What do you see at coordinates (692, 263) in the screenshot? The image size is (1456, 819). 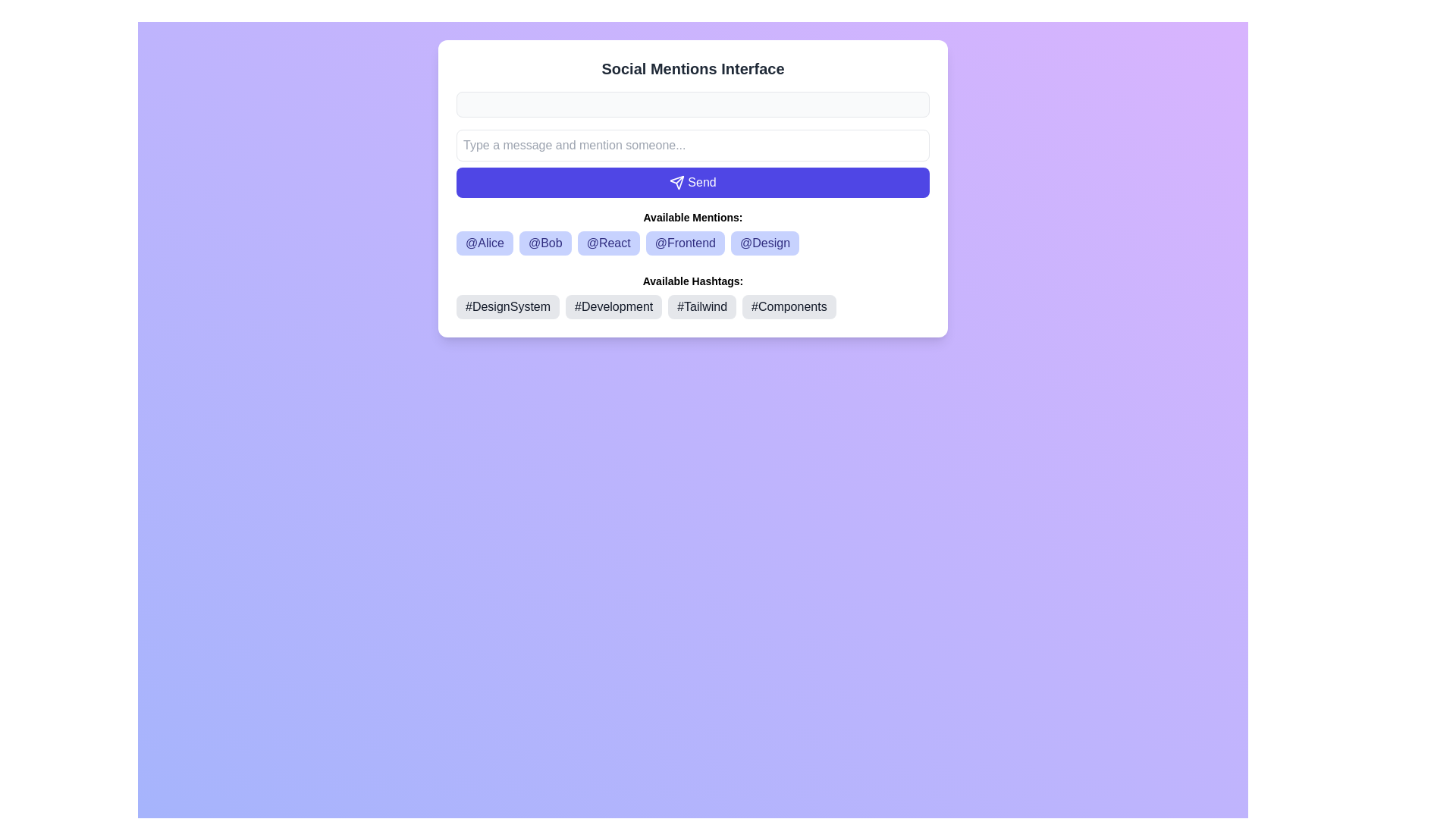 I see `the interactive section with grouped tags located in the 'Social Mentions Interface'` at bounding box center [692, 263].